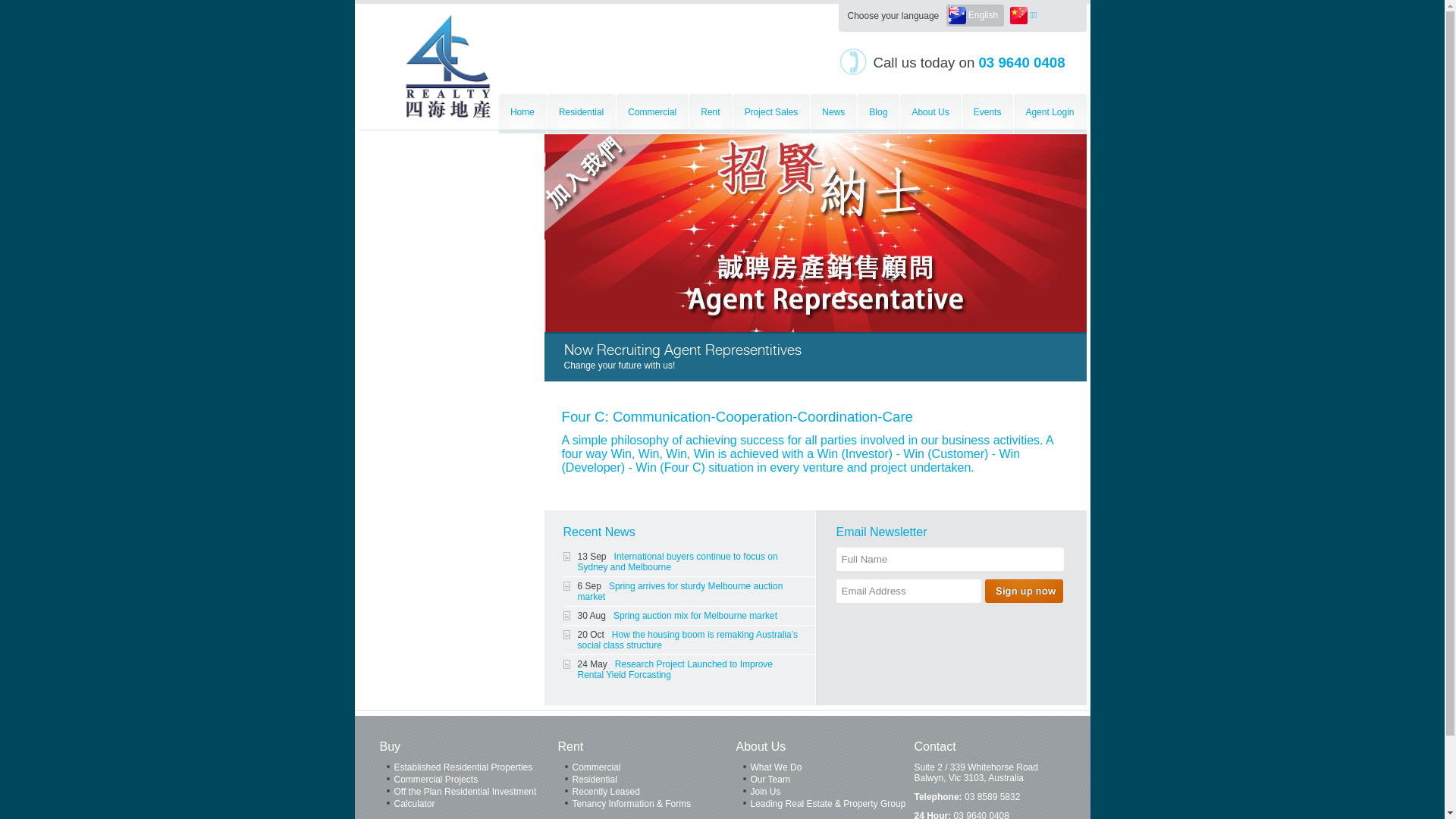 This screenshot has height=819, width=1456. What do you see at coordinates (858, 113) in the screenshot?
I see `'Blog'` at bounding box center [858, 113].